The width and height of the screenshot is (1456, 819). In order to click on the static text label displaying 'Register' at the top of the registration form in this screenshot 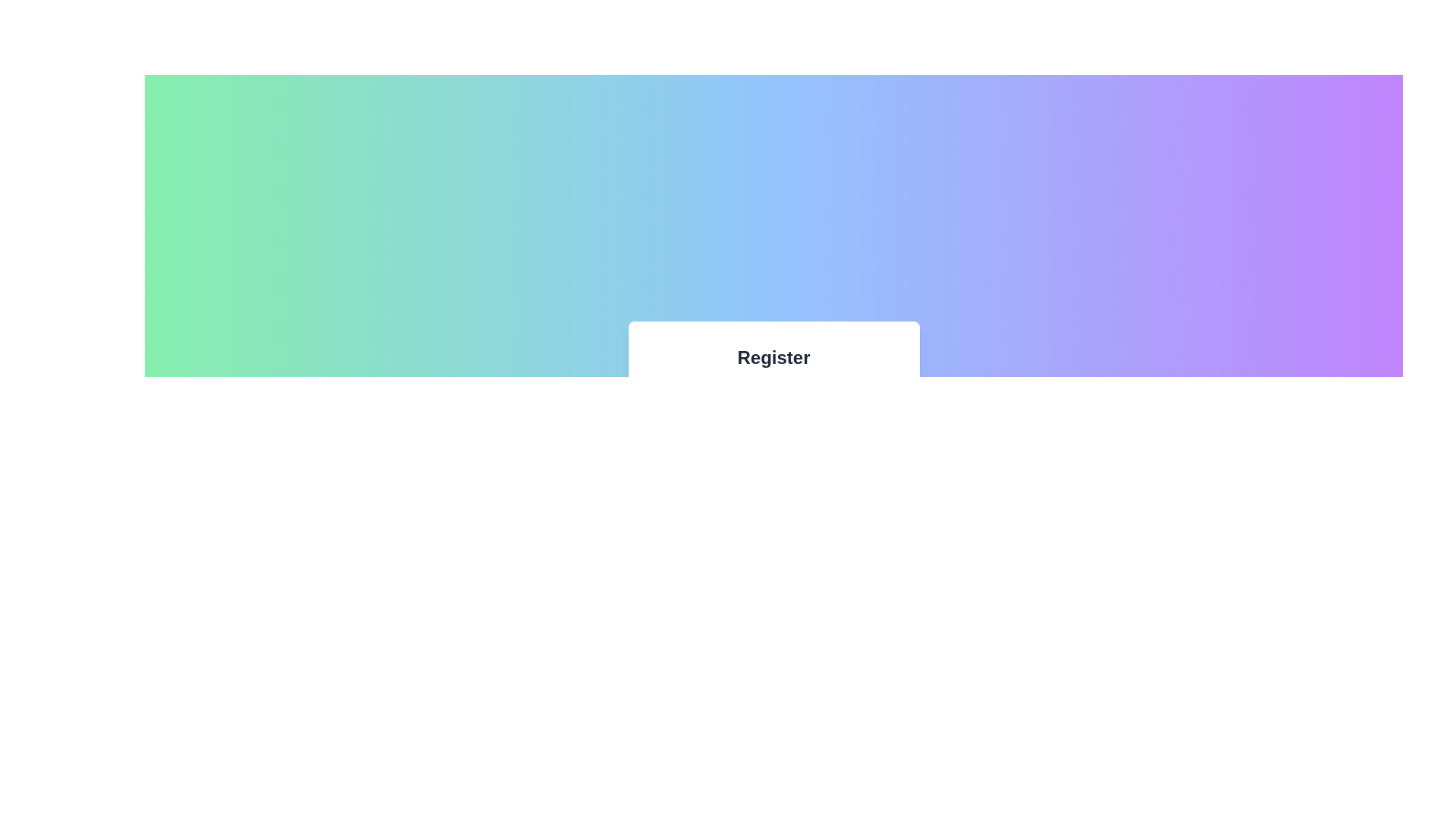, I will do `click(773, 357)`.